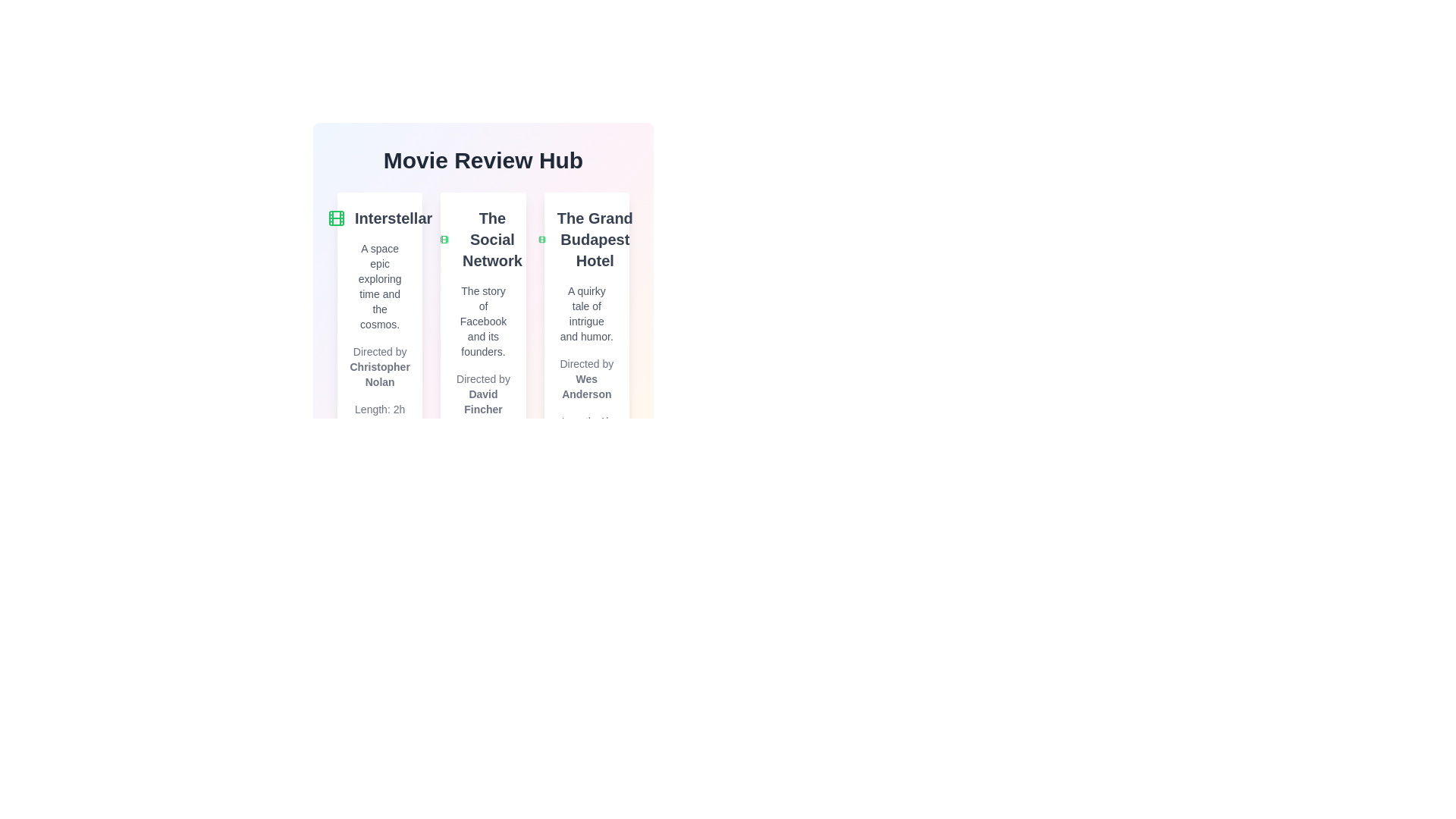 The image size is (1456, 819). I want to click on the movie title to view its metadata, so click(378, 227).